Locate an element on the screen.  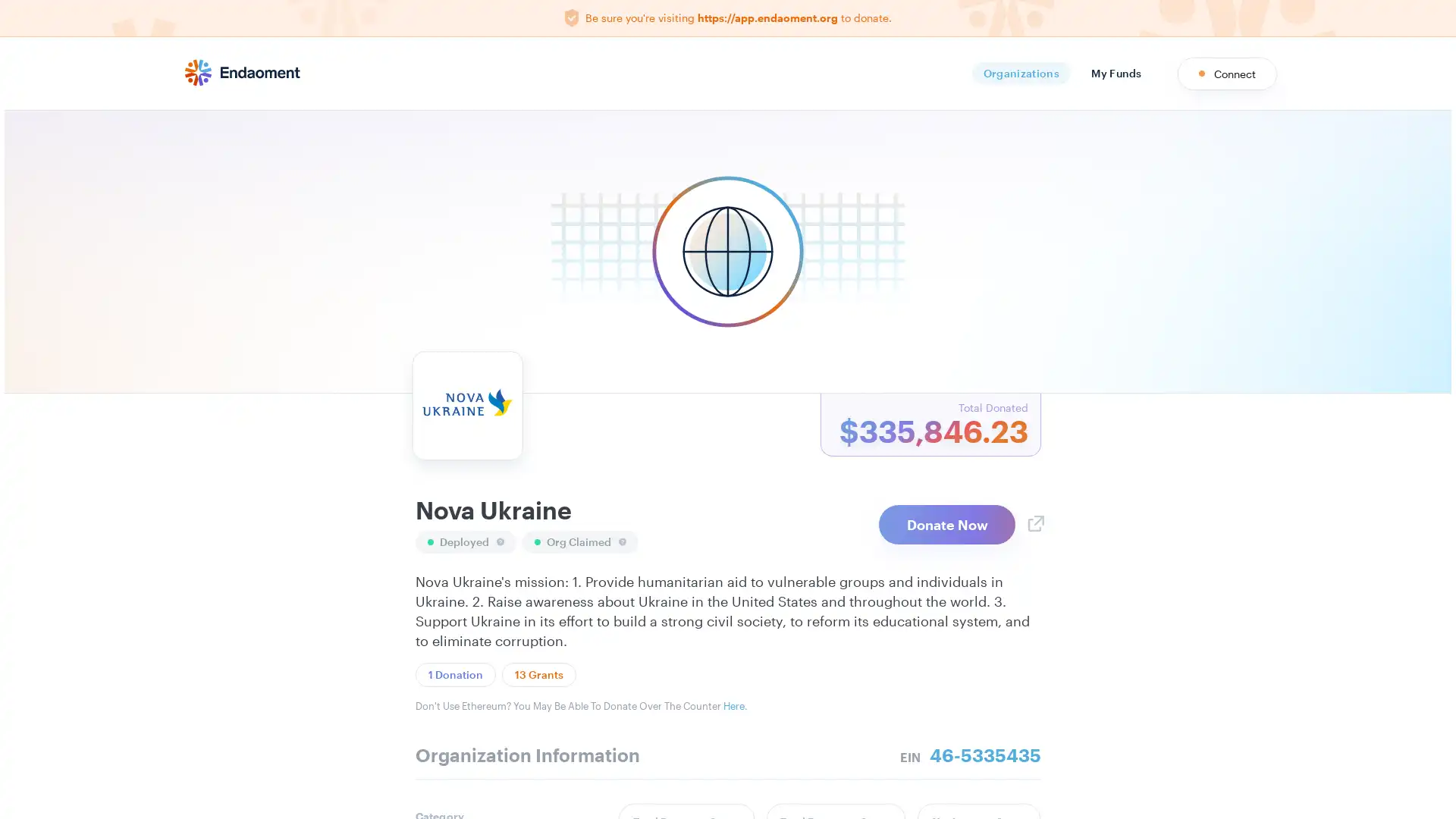
1 Donation is located at coordinates (454, 674).